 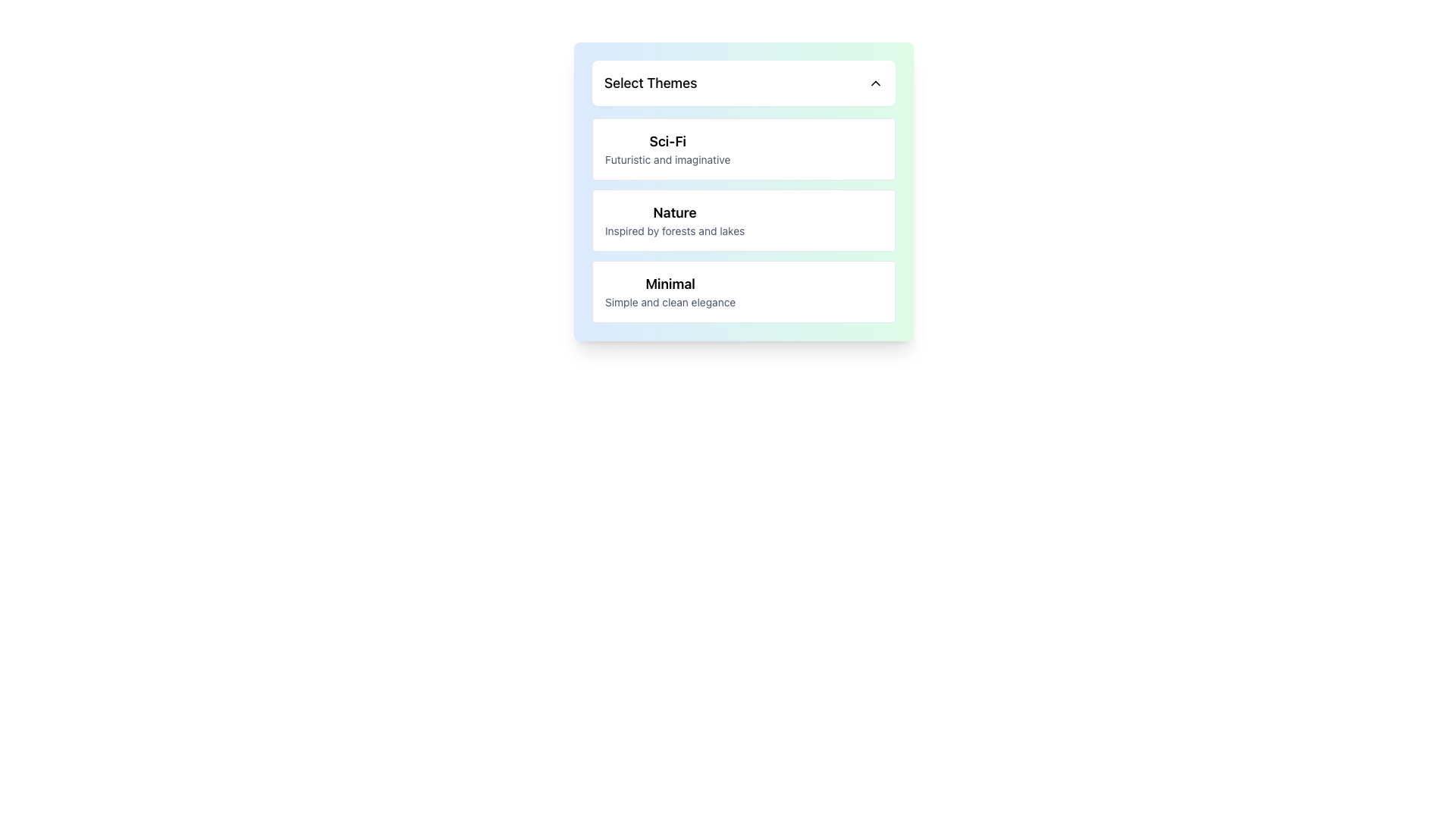 What do you see at coordinates (674, 220) in the screenshot?
I see `the textual display block titled 'Nature' which contains the subtitle 'Inspired by forests and lakes', located in the second card of the vertical stack of themes` at bounding box center [674, 220].